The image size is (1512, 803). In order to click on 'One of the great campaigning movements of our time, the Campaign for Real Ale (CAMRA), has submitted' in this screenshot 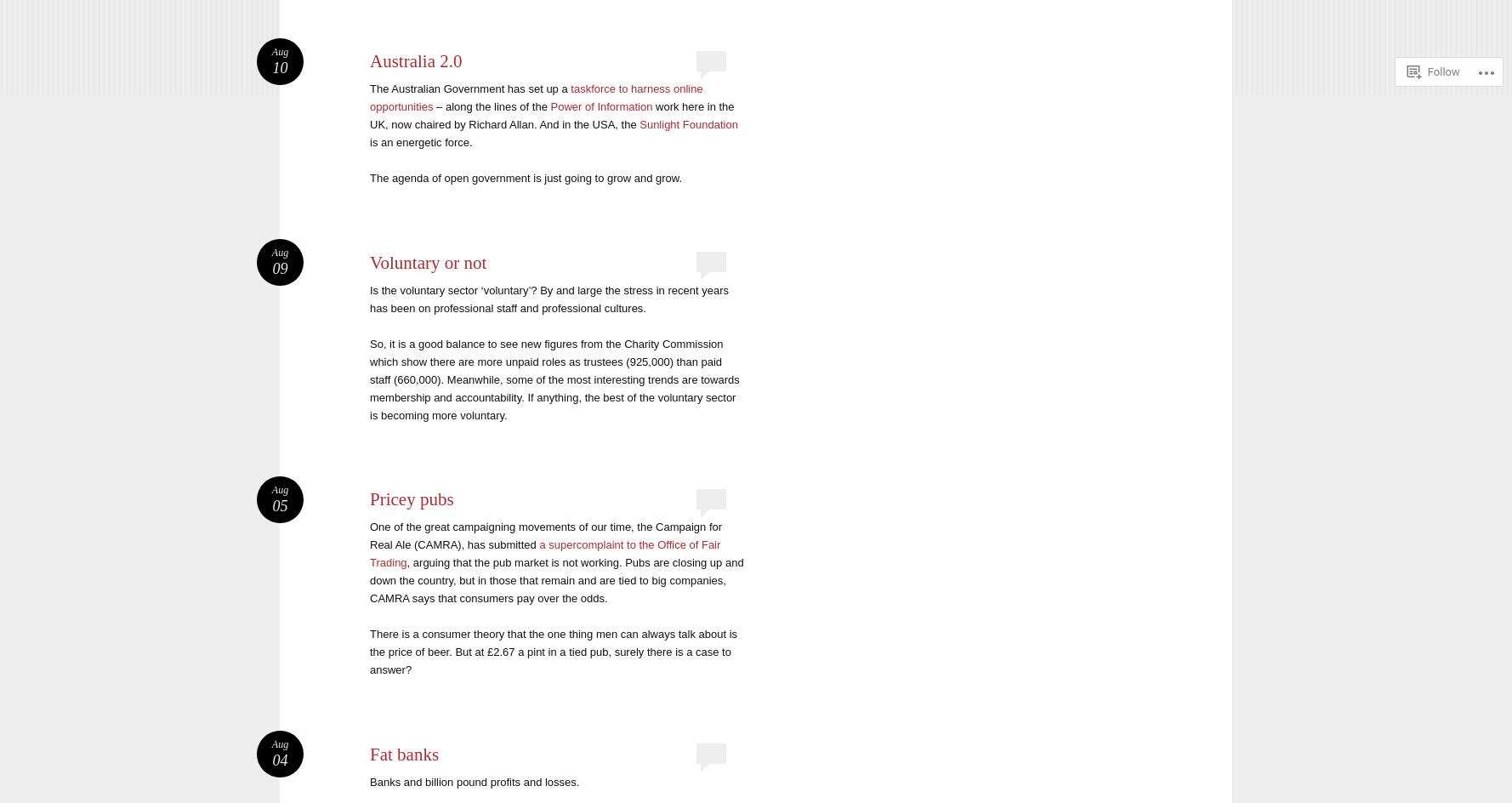, I will do `click(370, 536)`.